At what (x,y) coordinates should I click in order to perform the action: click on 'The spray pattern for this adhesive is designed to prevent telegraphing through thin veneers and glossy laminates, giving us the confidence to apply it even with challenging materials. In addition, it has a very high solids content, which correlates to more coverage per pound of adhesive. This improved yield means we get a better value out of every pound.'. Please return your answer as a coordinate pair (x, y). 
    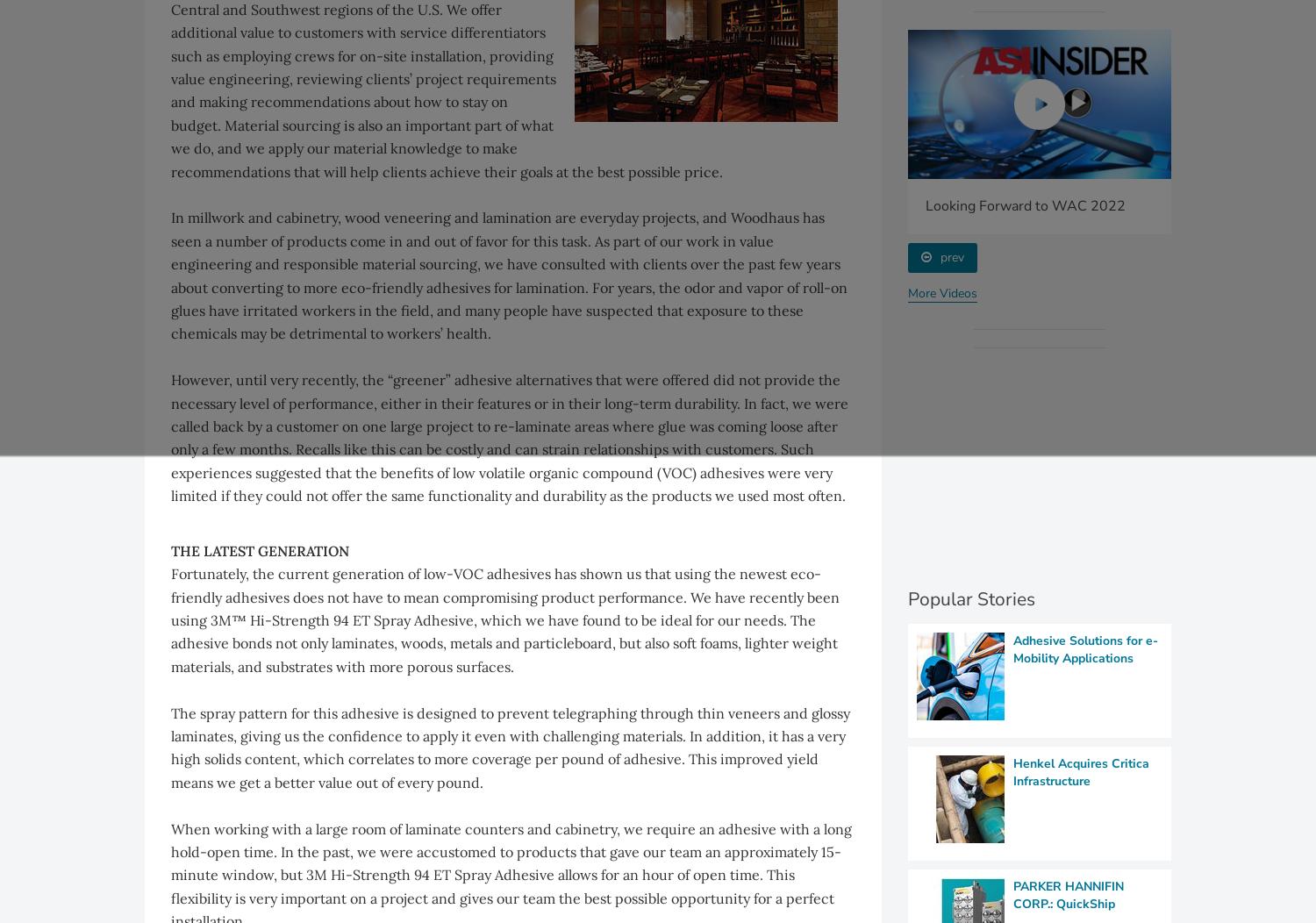
    Looking at the image, I should click on (510, 746).